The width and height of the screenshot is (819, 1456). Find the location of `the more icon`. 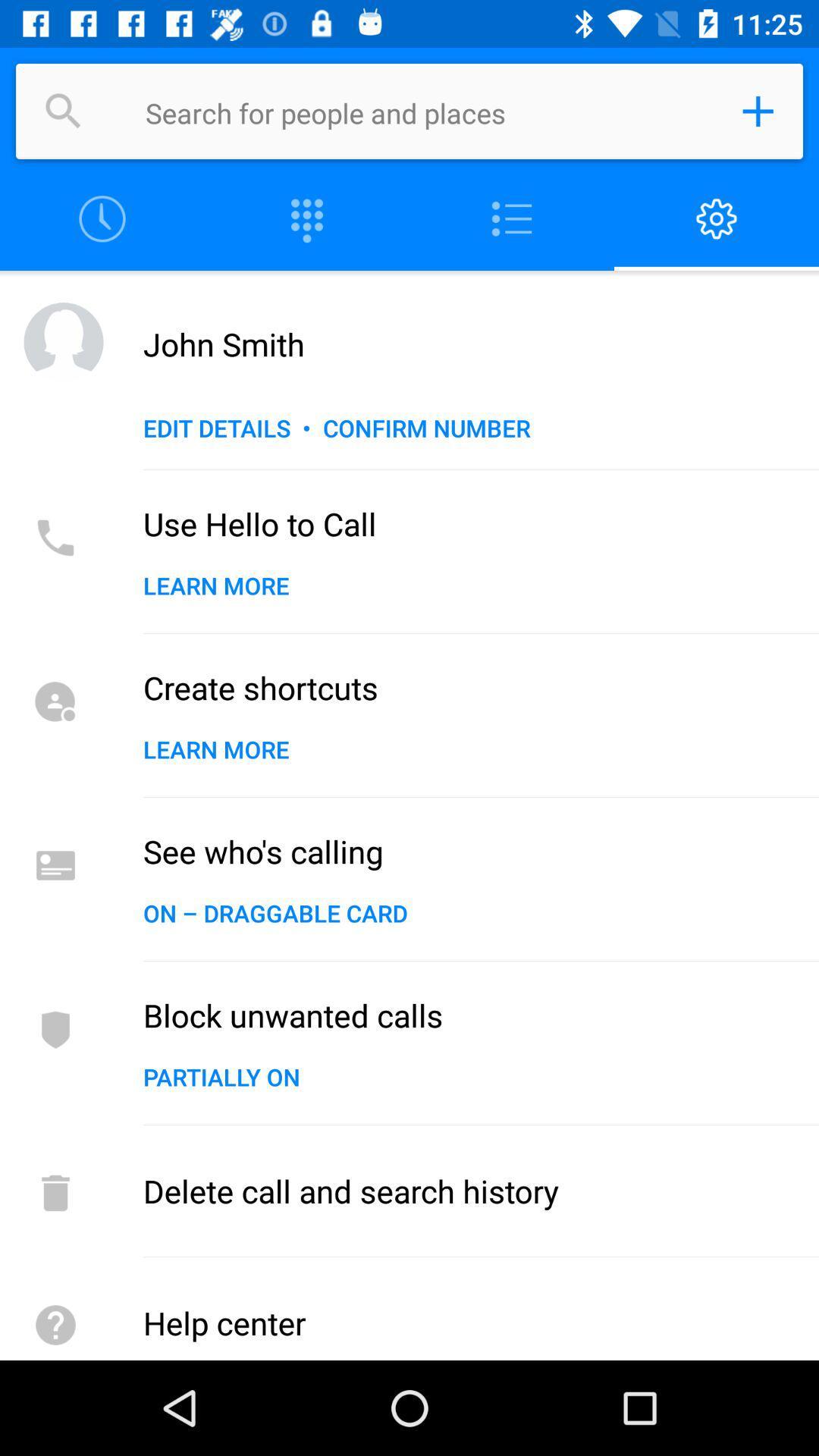

the more icon is located at coordinates (307, 218).